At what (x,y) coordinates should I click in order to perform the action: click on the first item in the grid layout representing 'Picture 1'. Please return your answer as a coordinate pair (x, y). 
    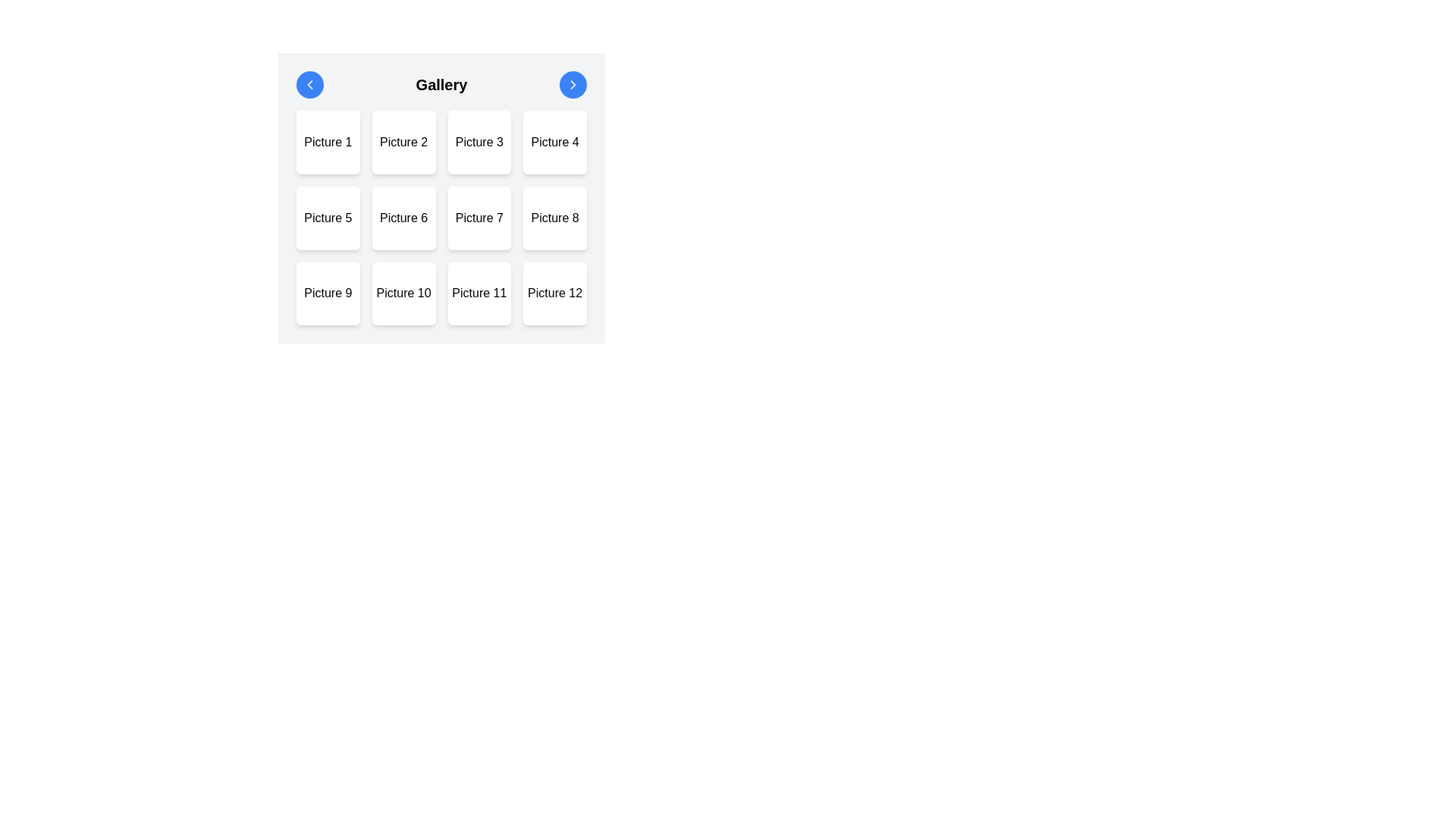
    Looking at the image, I should click on (327, 142).